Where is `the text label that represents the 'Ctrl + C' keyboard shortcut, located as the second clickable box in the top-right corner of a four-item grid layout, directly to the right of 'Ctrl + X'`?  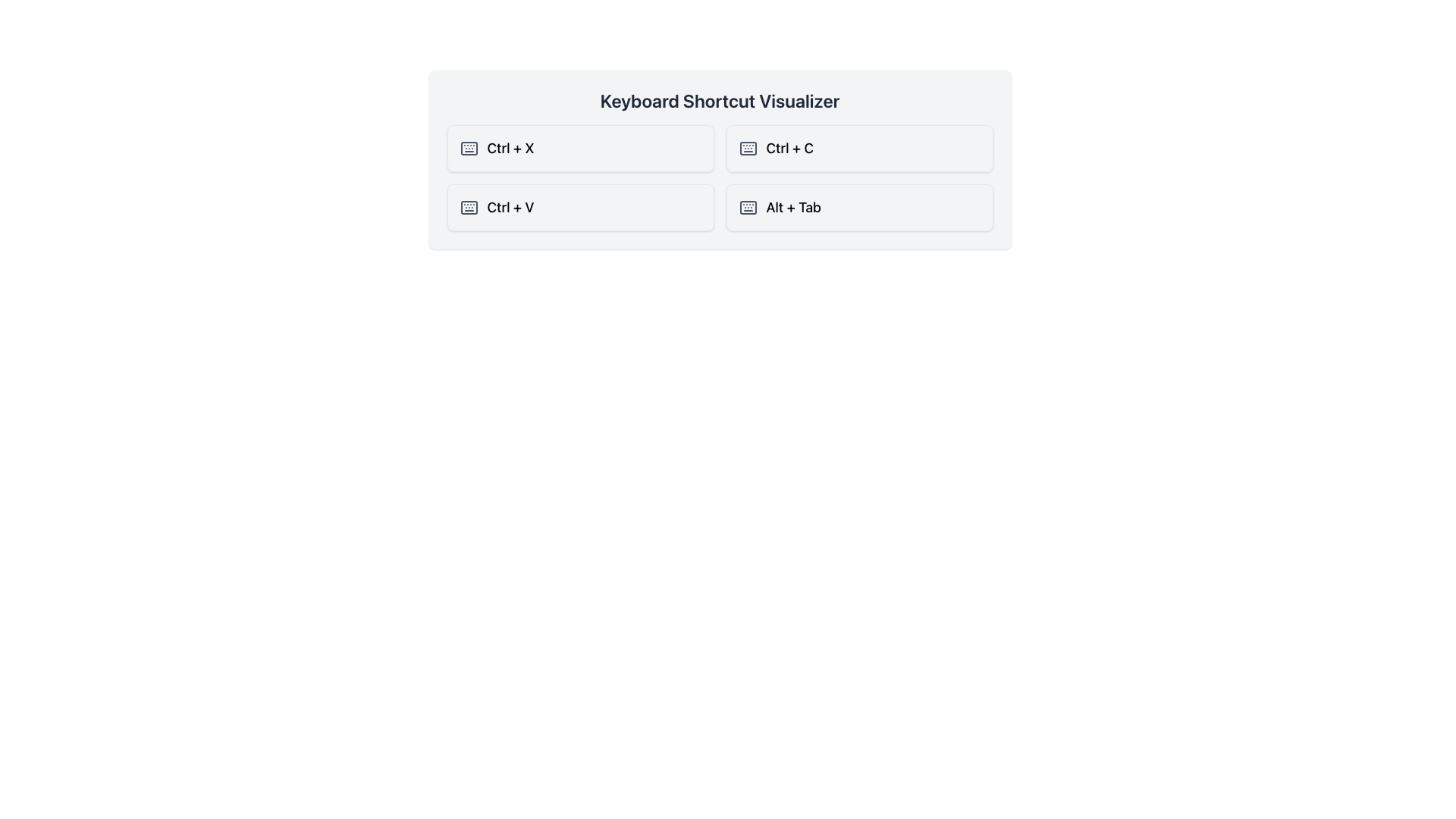 the text label that represents the 'Ctrl + C' keyboard shortcut, located as the second clickable box in the top-right corner of a four-item grid layout, directly to the right of 'Ctrl + X' is located at coordinates (789, 149).